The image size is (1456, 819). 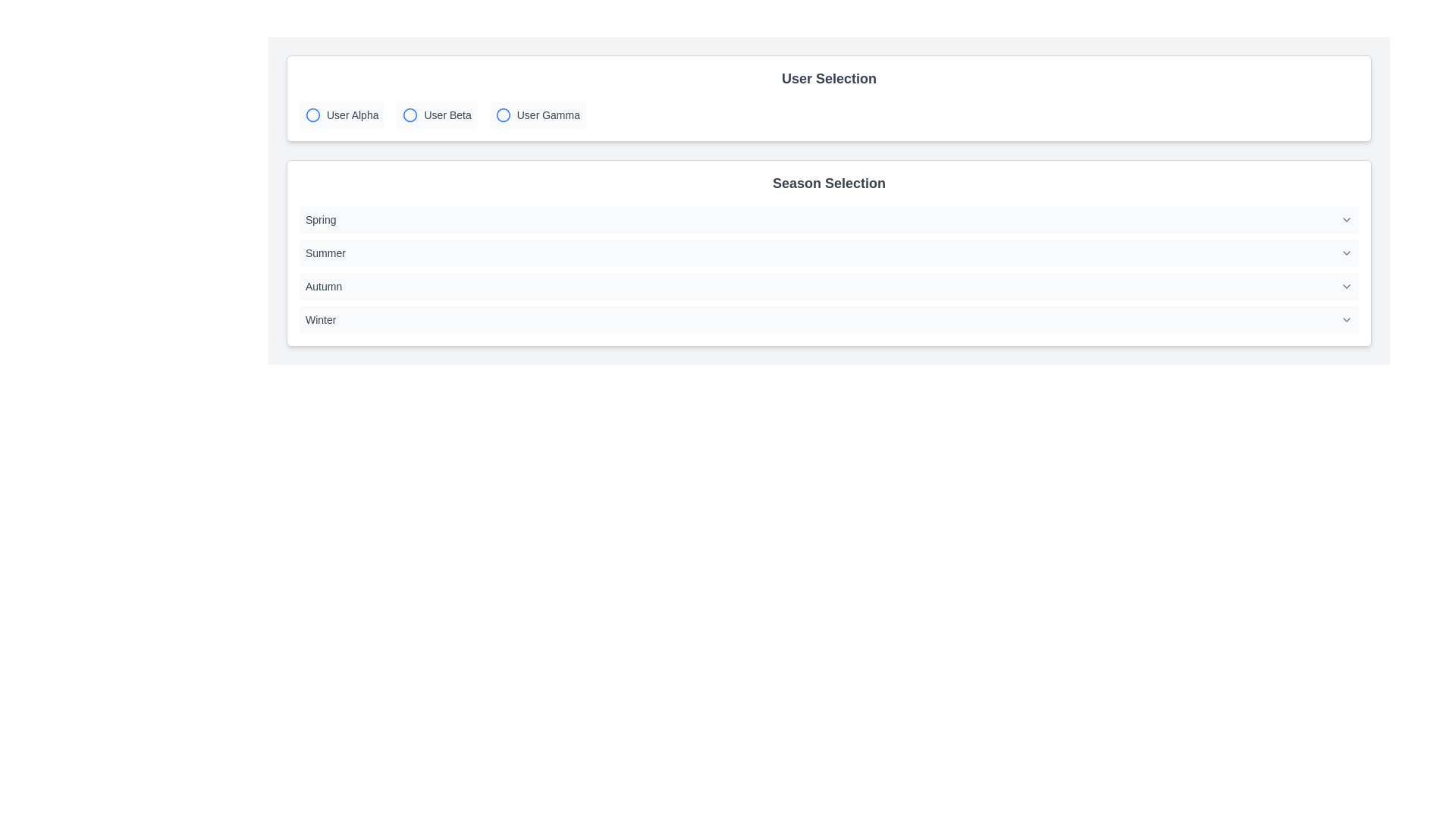 I want to click on the downward-pointing chevron icon, styled in gray, located to the right of the 'Autumn' label in the 'Season Selection' section, so click(x=1347, y=287).